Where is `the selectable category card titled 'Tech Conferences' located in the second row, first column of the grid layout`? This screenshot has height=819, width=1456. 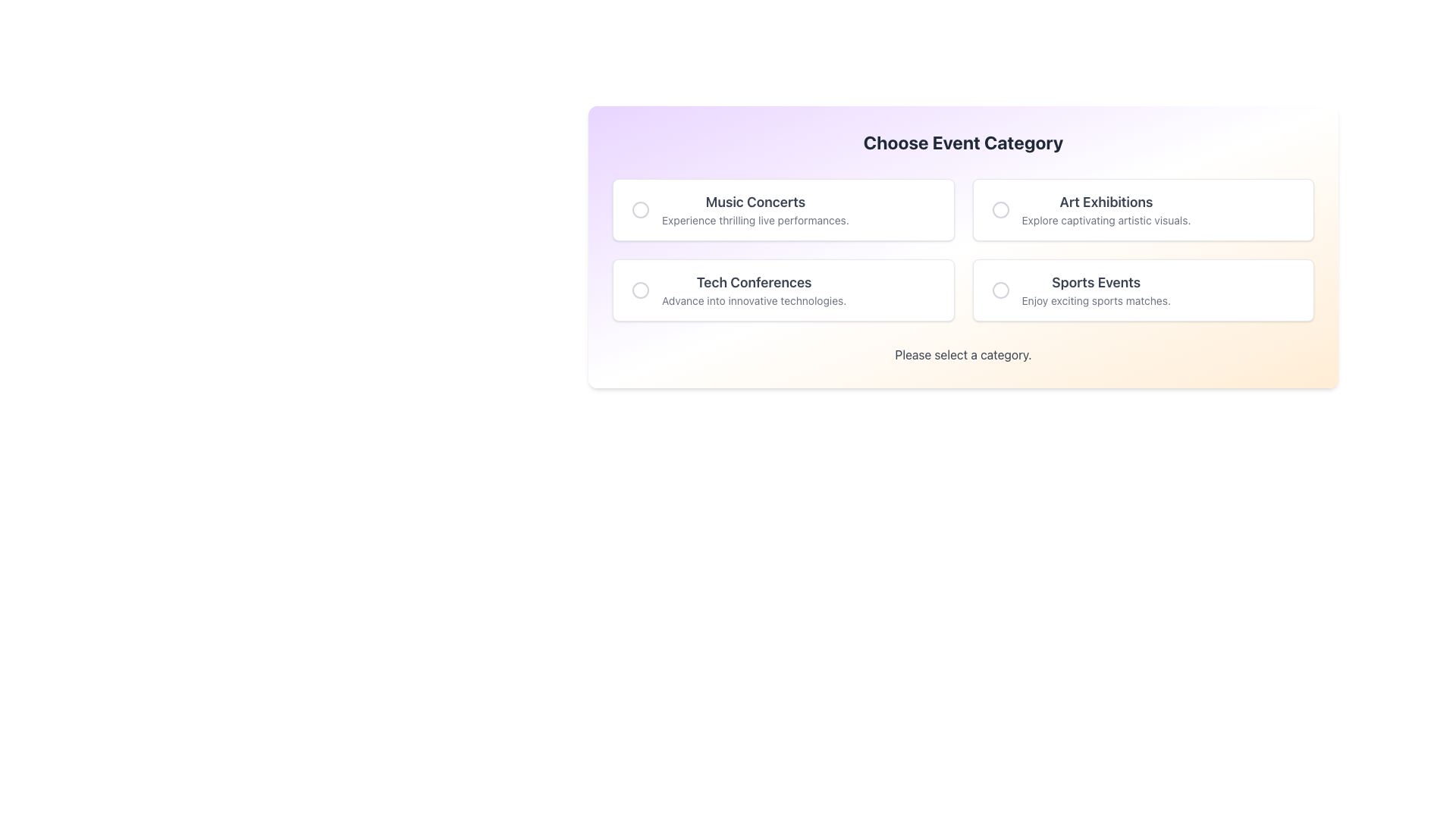 the selectable category card titled 'Tech Conferences' located in the second row, first column of the grid layout is located at coordinates (783, 290).